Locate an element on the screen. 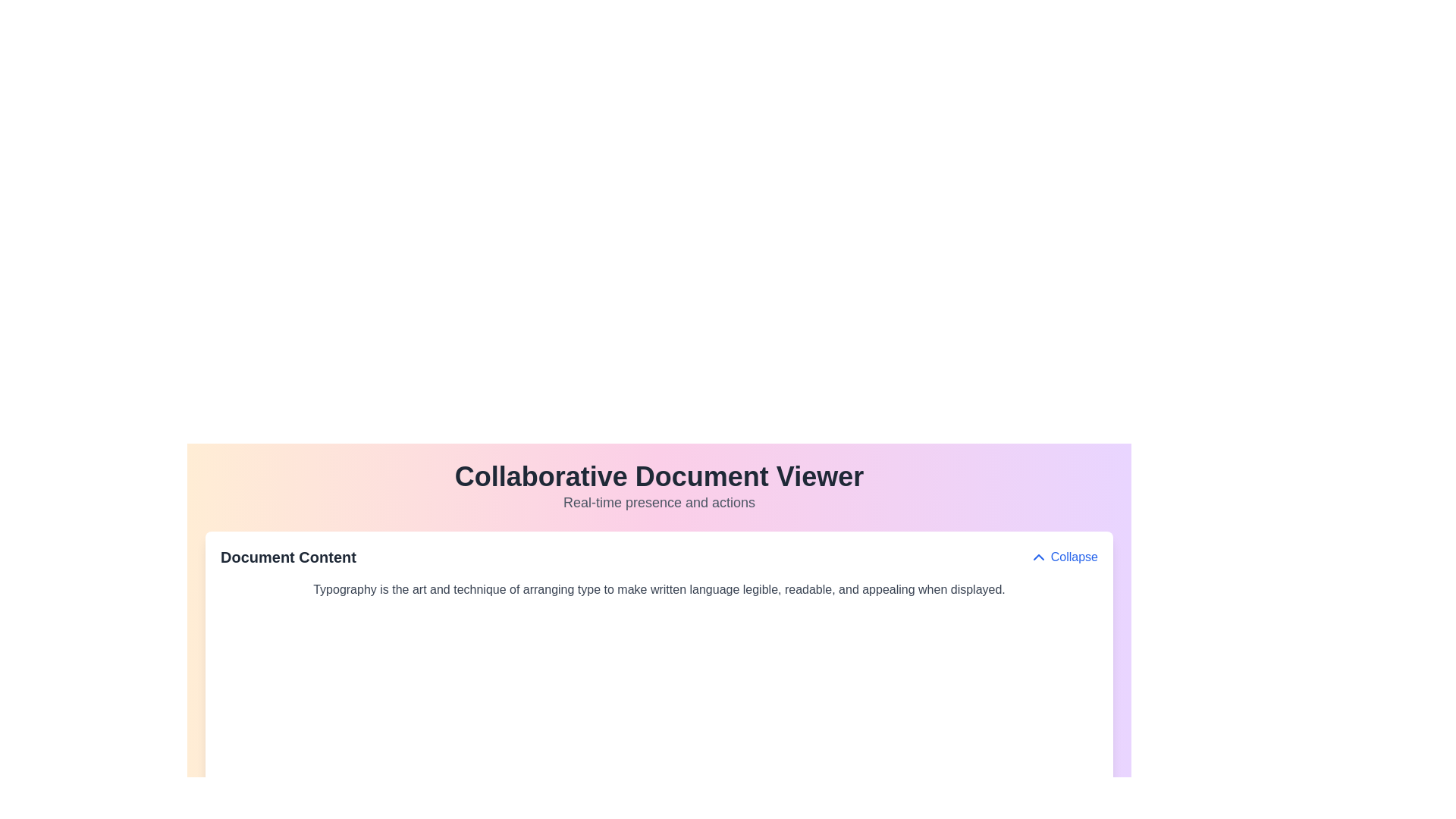 This screenshot has width=1456, height=819. the toggle button or link located is located at coordinates (1062, 557).